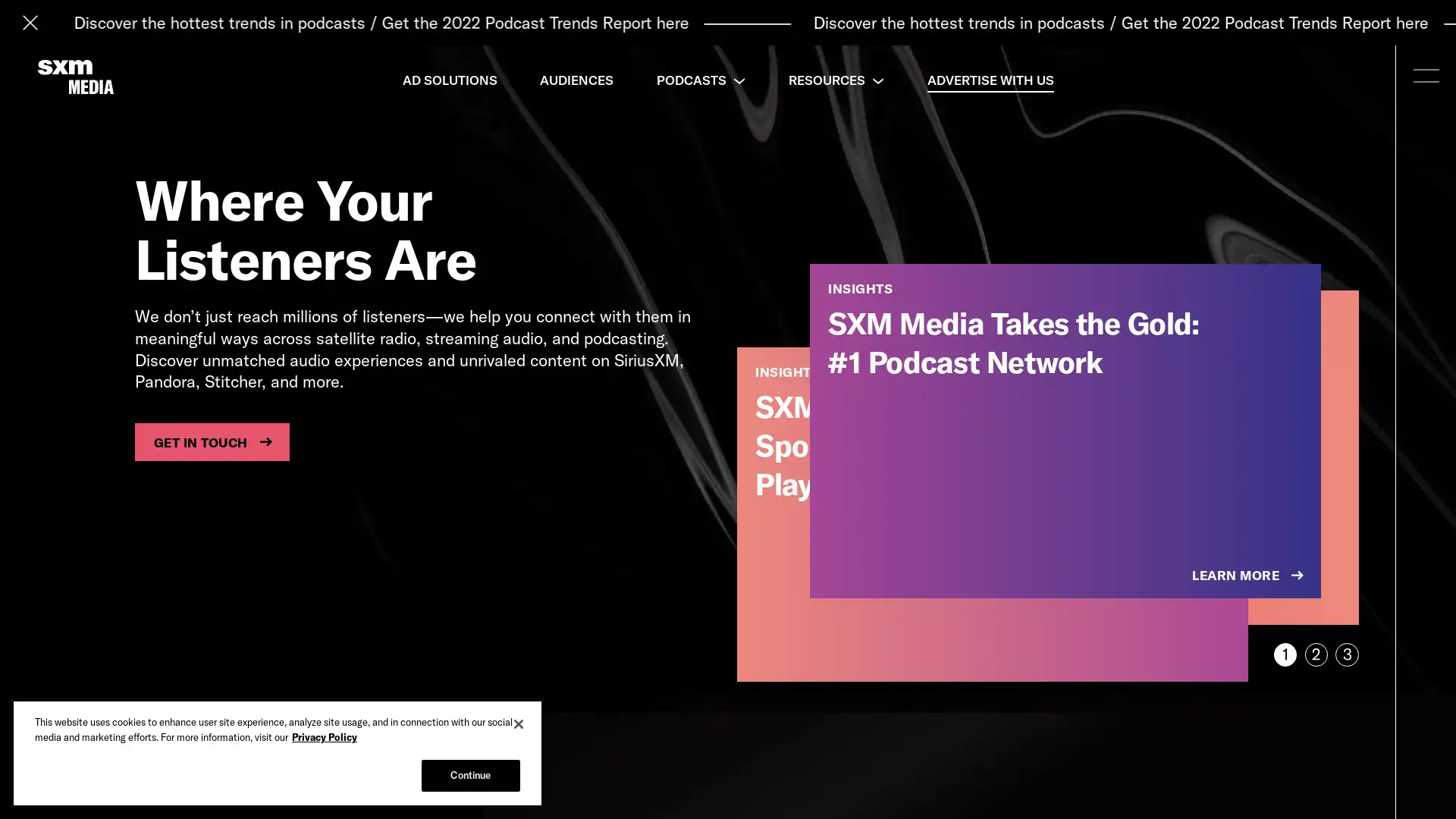 The image size is (1456, 819). I want to click on LEARN MORE, so click(1249, 576).